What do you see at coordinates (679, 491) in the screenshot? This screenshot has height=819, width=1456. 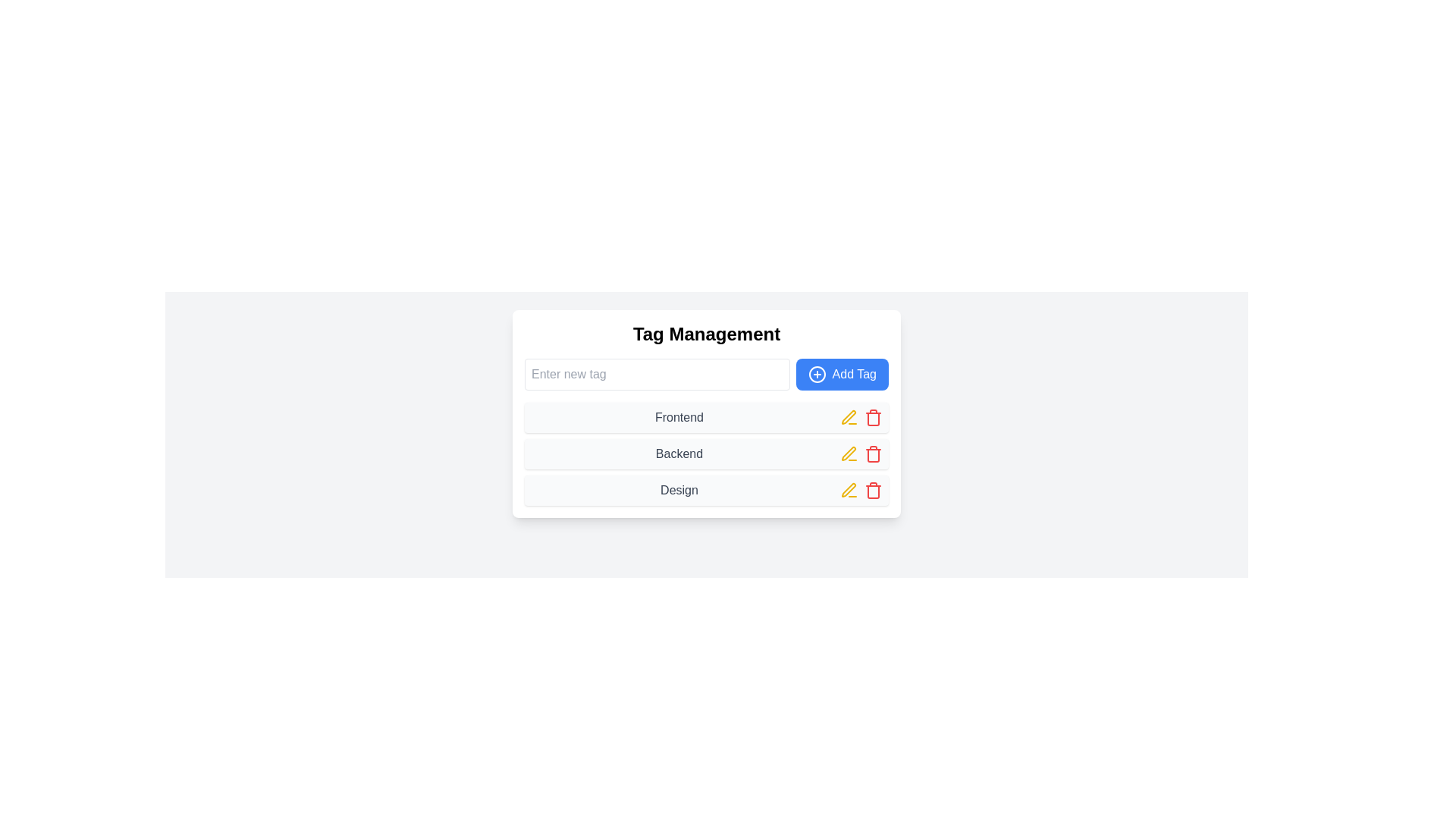 I see `the Text Label that displays 'Design', located below the 'Frontend' and 'Backend' labels in a vertical list` at bounding box center [679, 491].